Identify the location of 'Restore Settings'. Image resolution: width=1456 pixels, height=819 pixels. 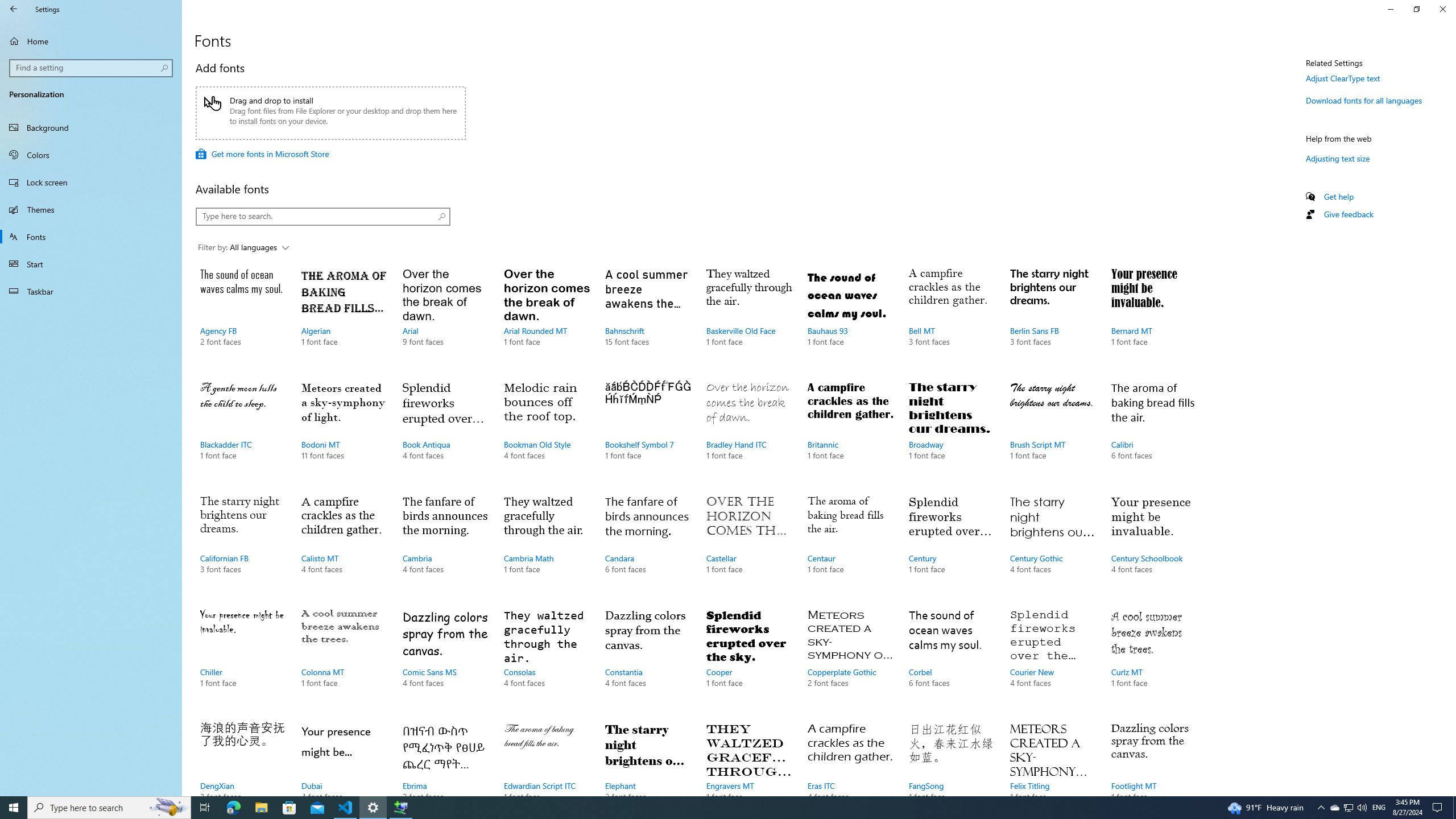
(1416, 9).